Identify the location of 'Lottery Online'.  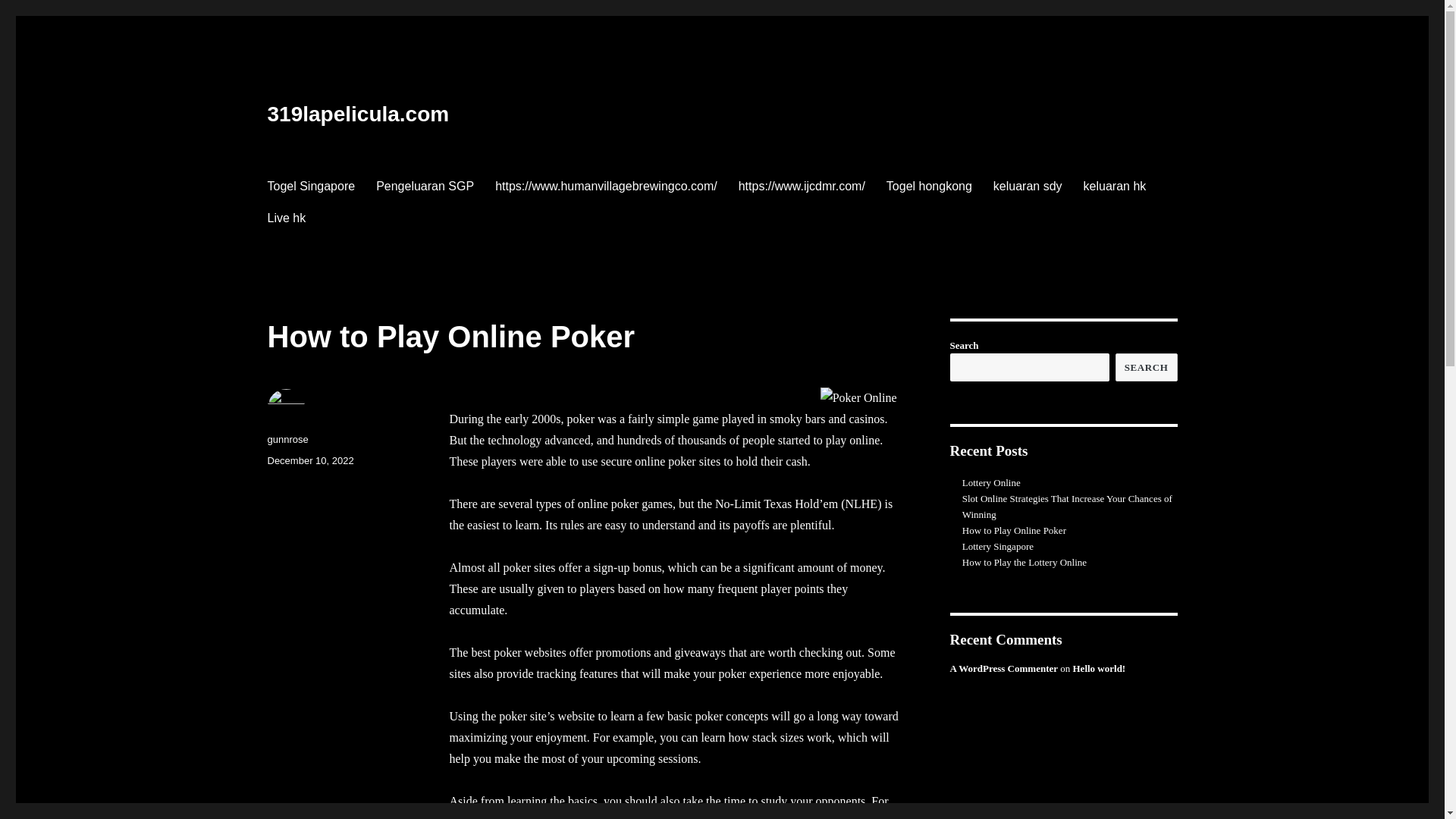
(991, 482).